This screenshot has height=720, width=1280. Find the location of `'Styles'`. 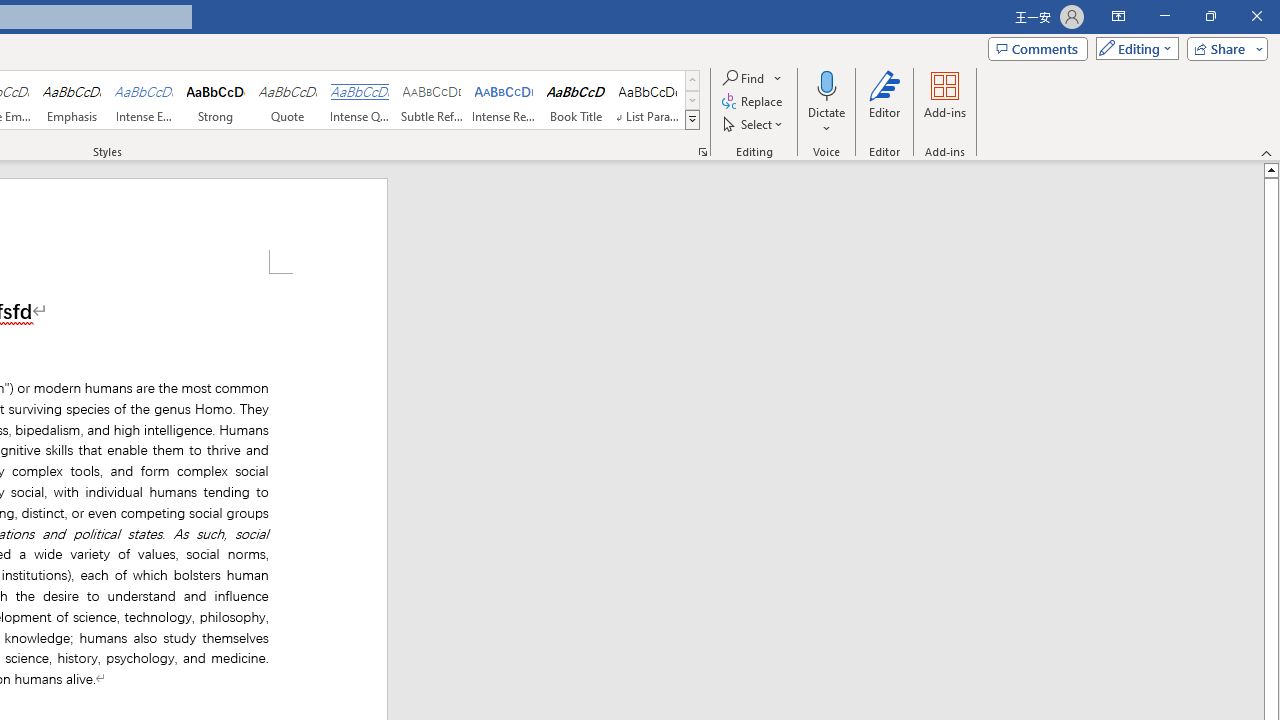

'Styles' is located at coordinates (692, 120).